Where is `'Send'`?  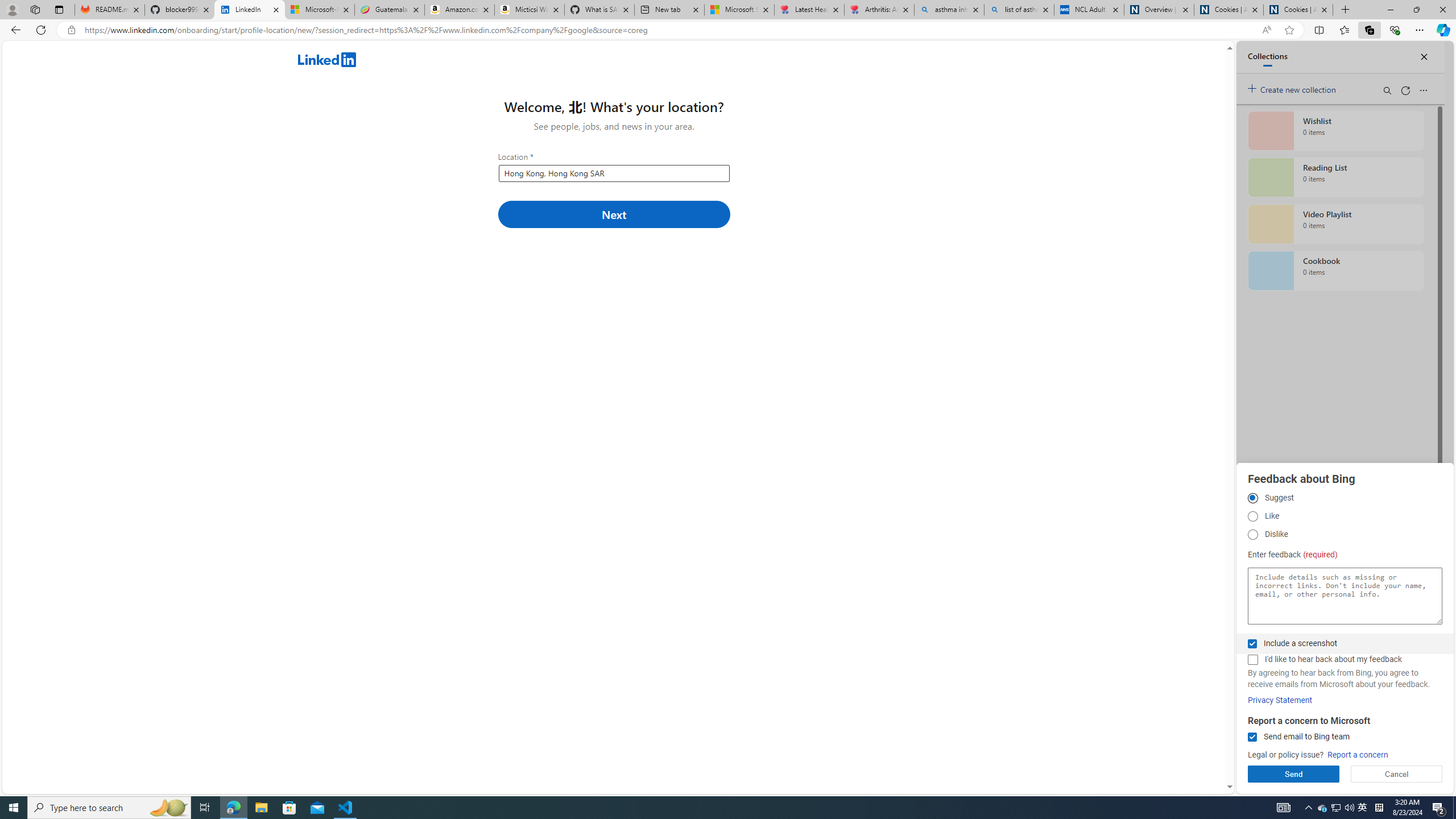
'Send' is located at coordinates (1293, 773).